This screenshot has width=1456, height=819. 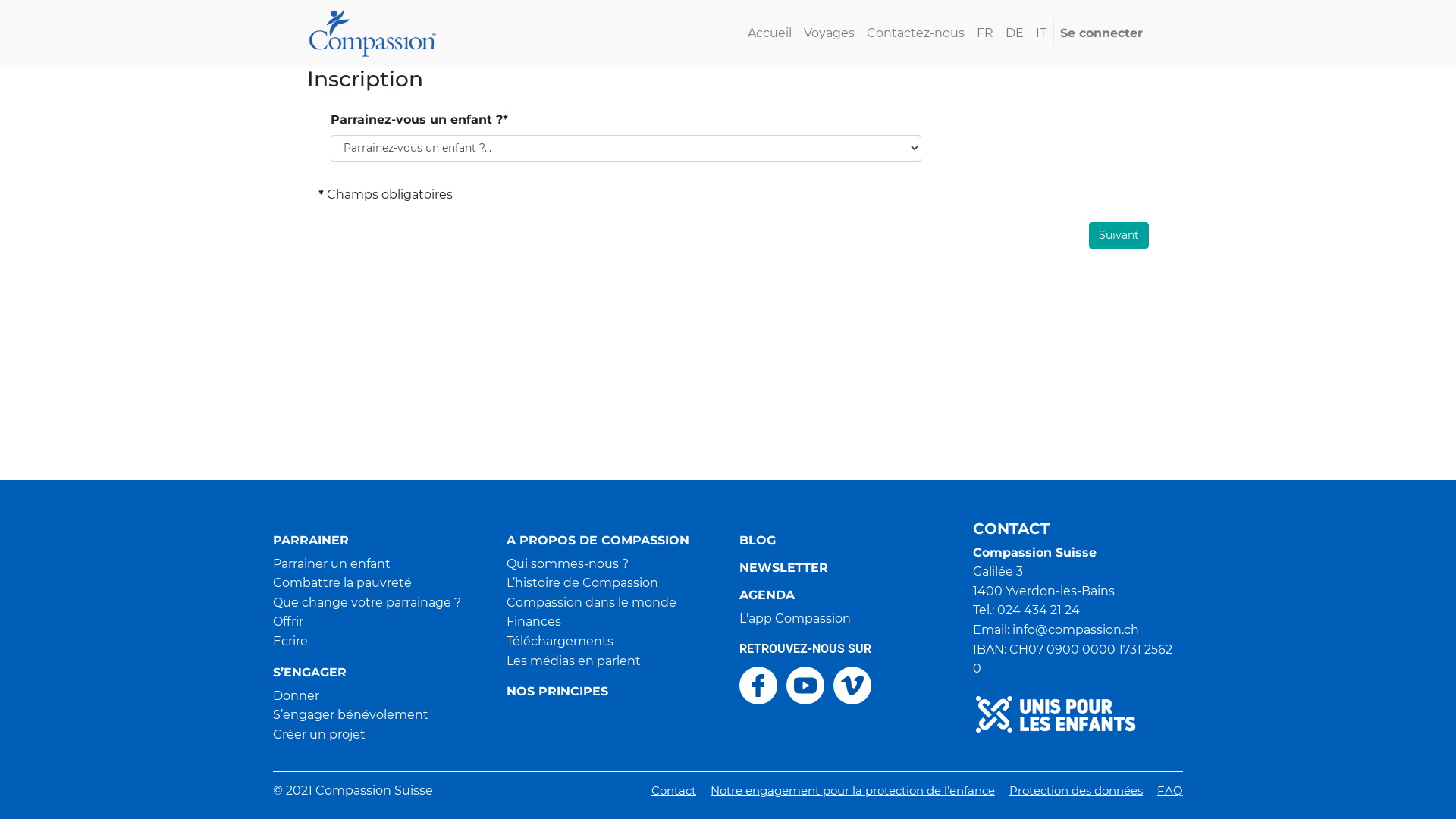 What do you see at coordinates (985, 33) in the screenshot?
I see `'FR'` at bounding box center [985, 33].